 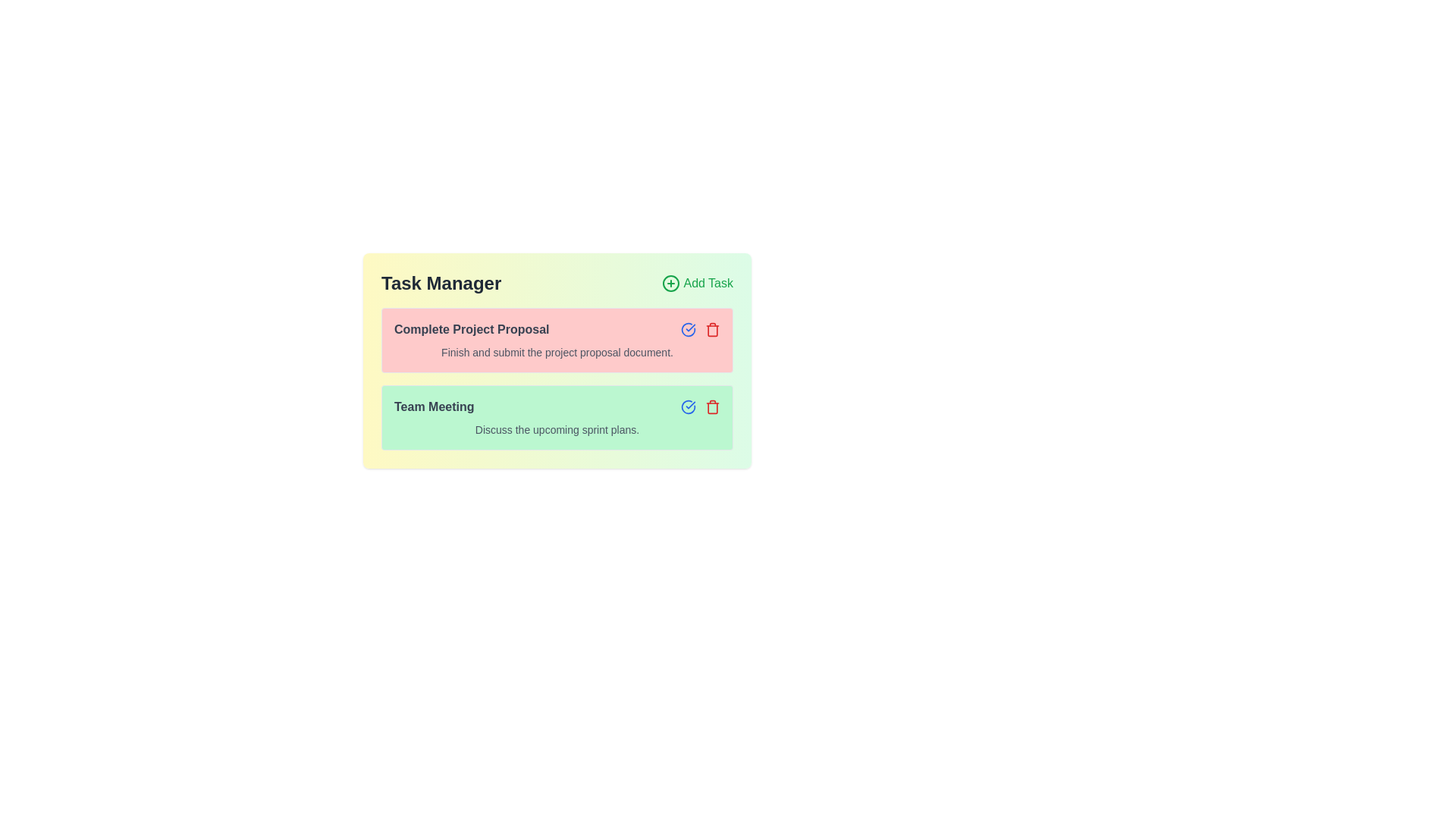 I want to click on the icon group for the task 'Complete Project Proposal', so click(x=700, y=329).